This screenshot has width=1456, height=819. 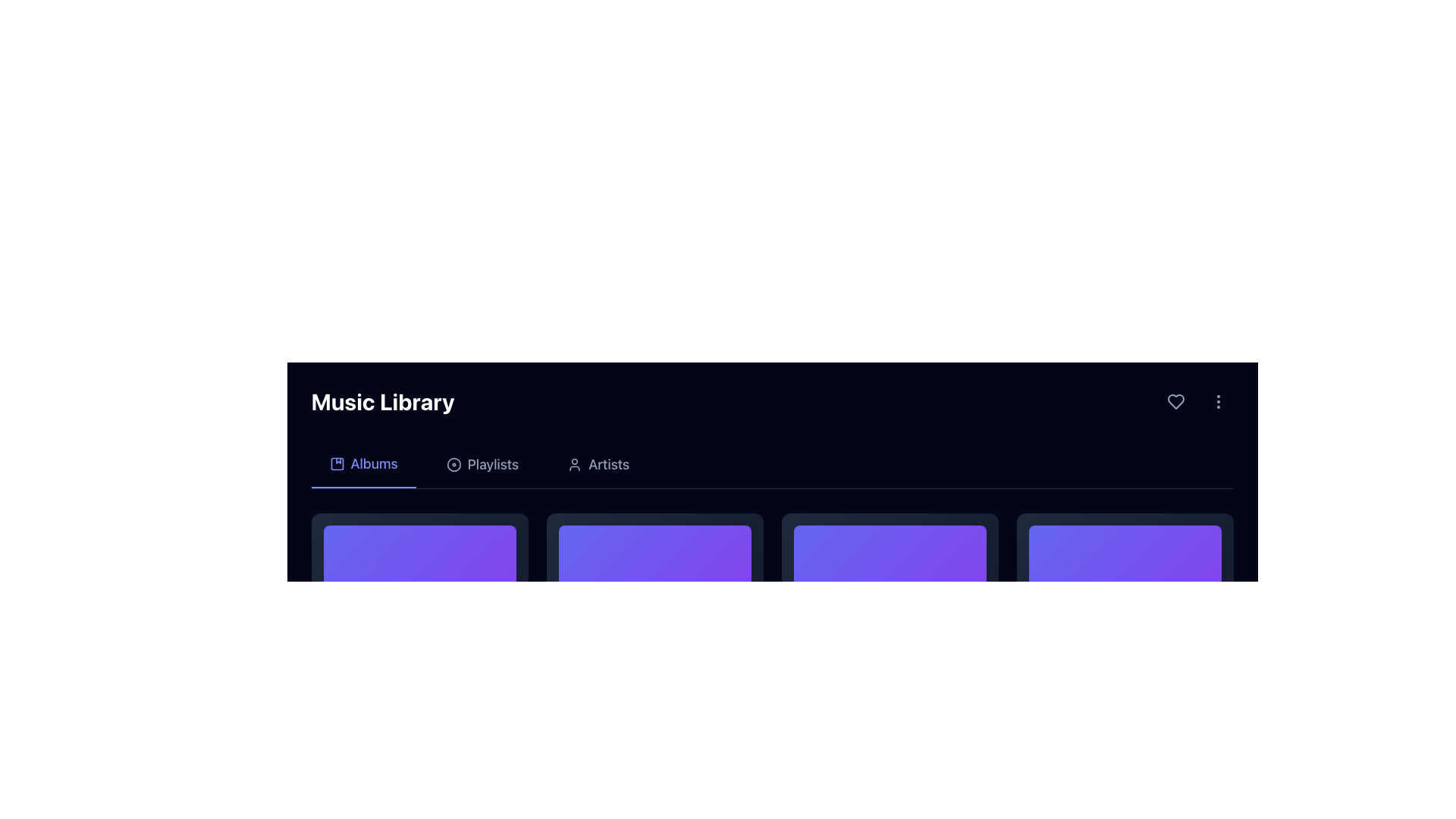 I want to click on the 'Playlists' navigation link, which is styled with slate-gray color transitioning to indigo on hover, located in the horizontal navigation bar, so click(x=482, y=464).